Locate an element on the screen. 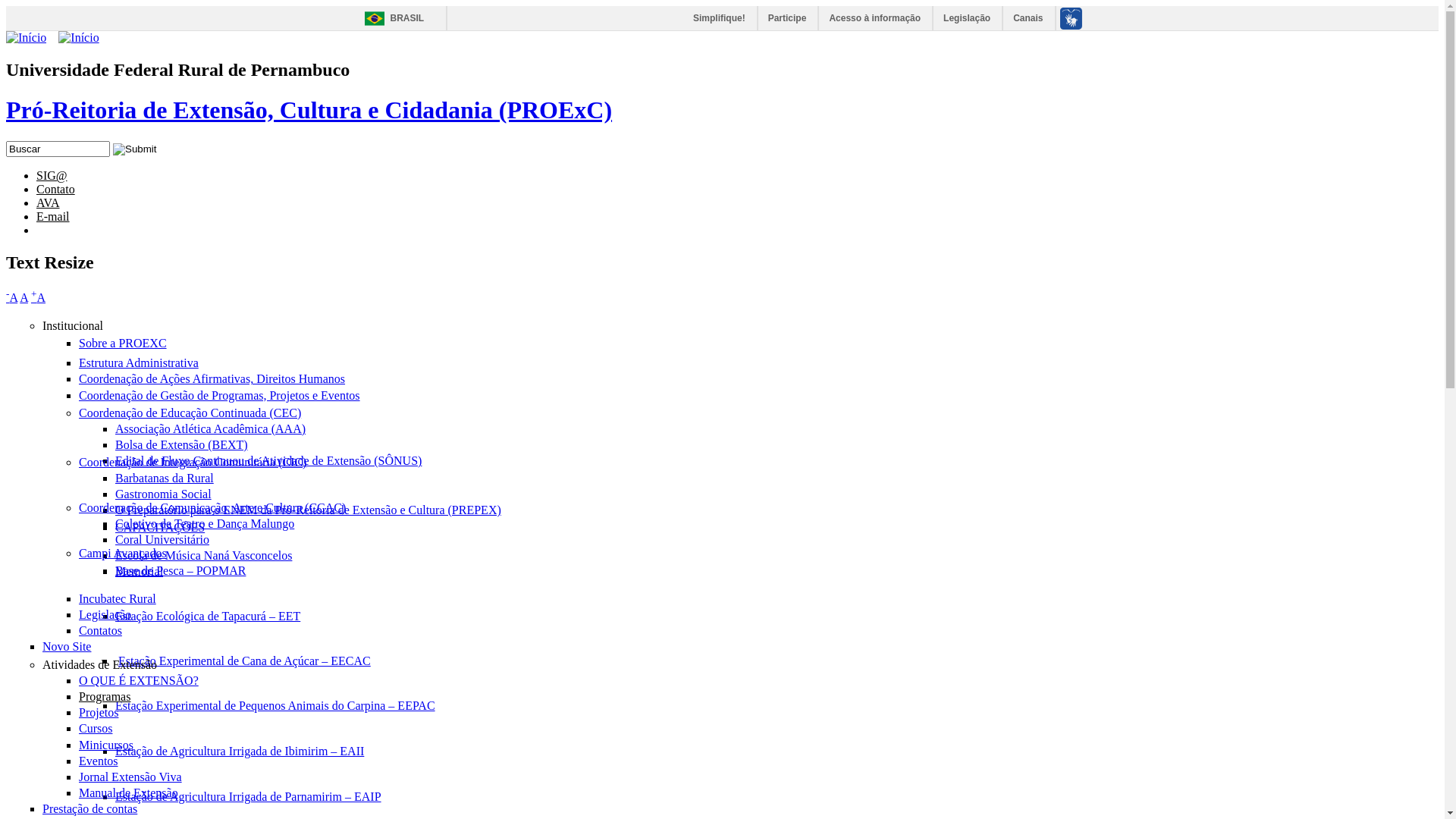 This screenshot has width=1456, height=819. 'Sobre a PROEXC' is located at coordinates (123, 343).